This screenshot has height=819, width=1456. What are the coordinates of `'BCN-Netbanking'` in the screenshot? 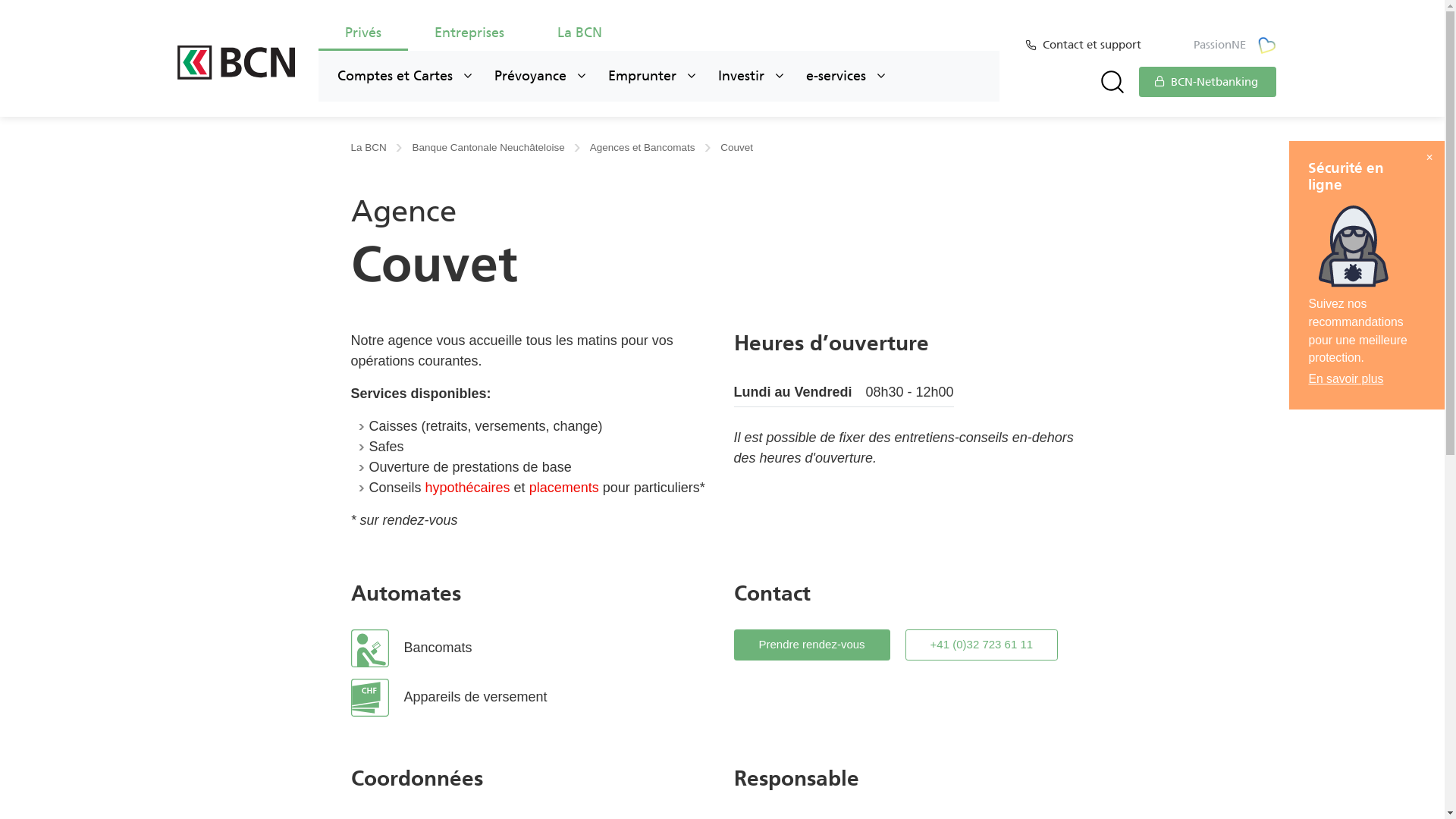 It's located at (1139, 82).